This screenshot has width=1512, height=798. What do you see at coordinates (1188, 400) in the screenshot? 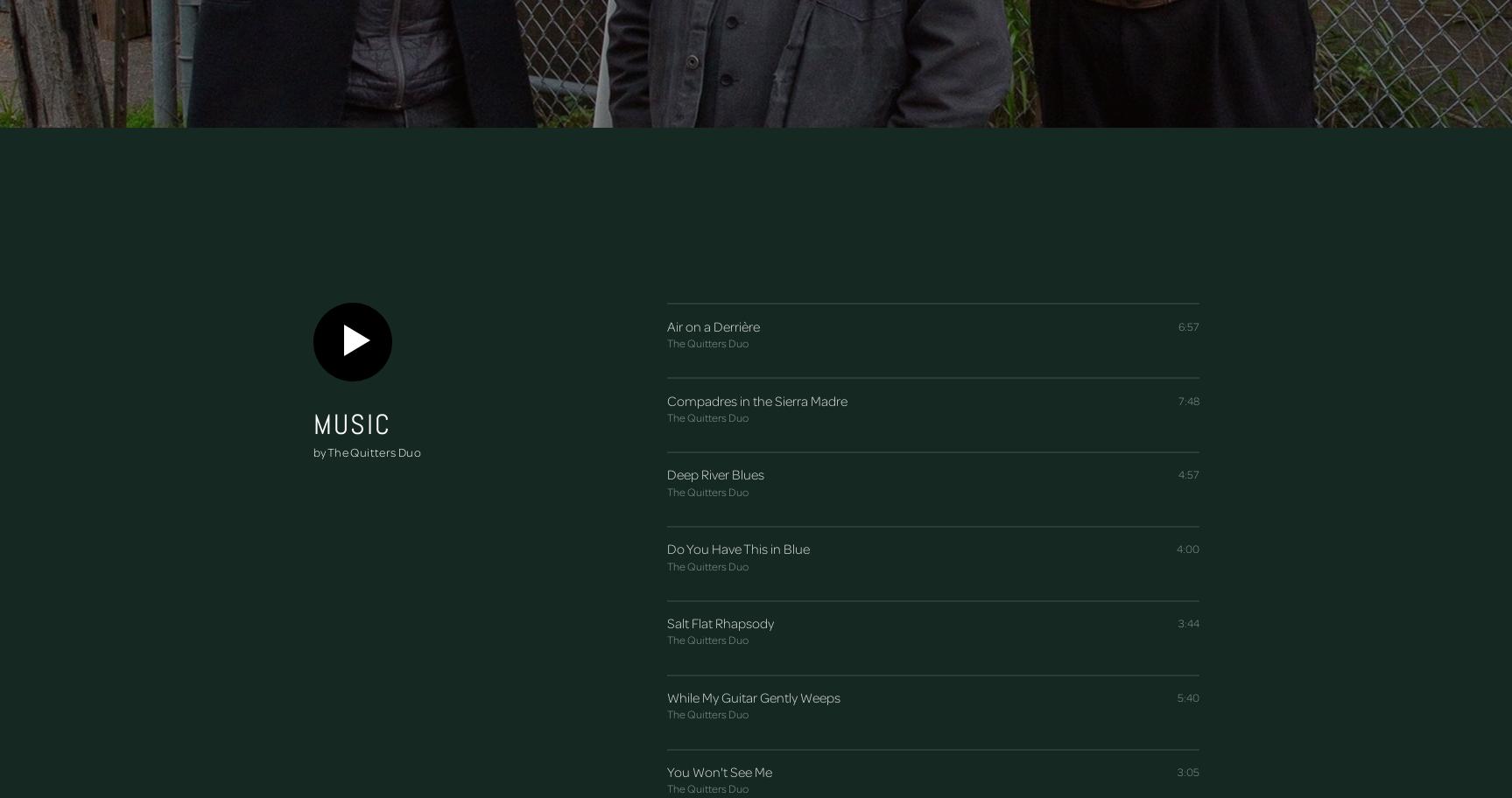
I see `'7:48'` at bounding box center [1188, 400].